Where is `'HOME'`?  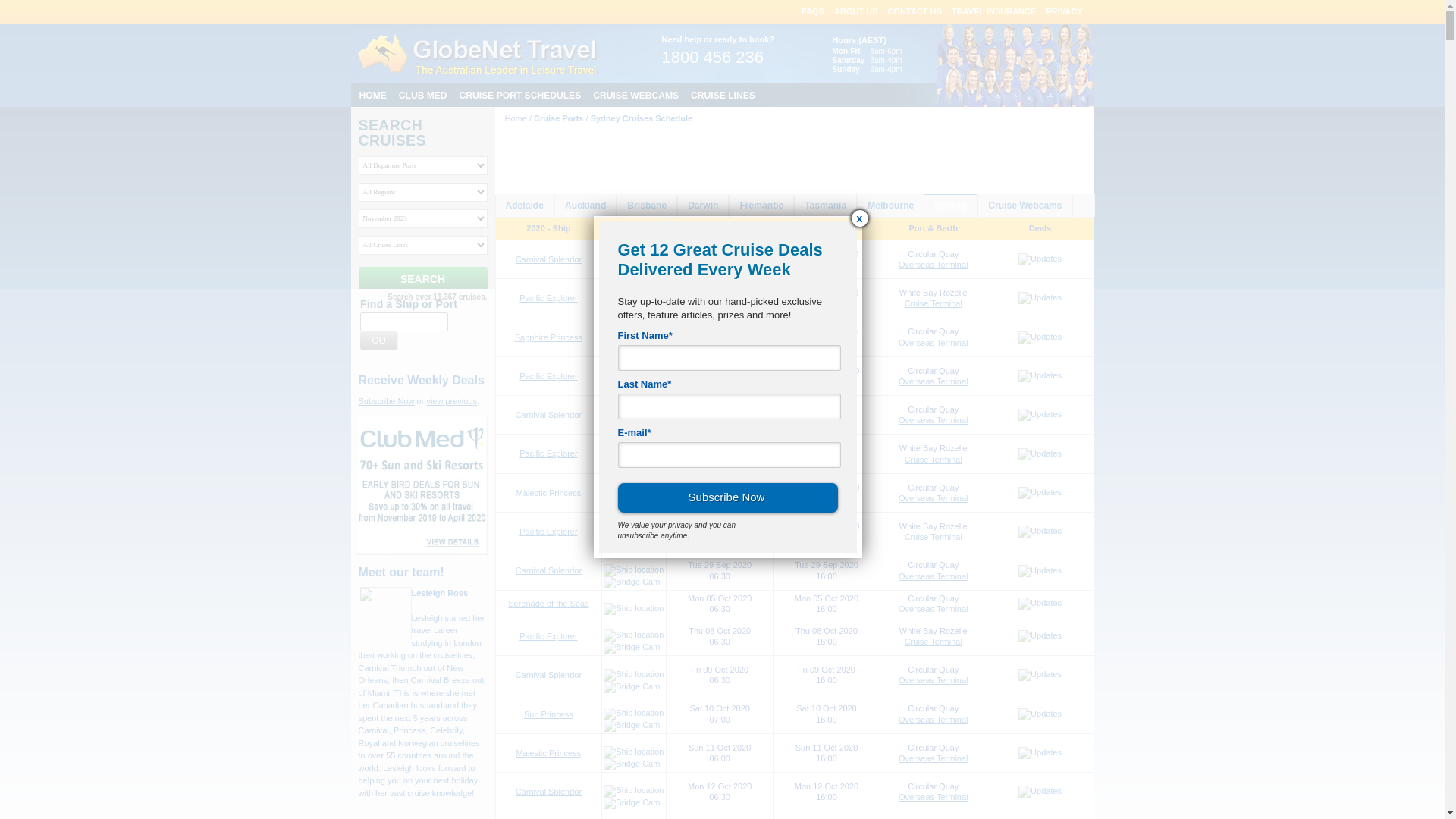
'HOME' is located at coordinates (372, 95).